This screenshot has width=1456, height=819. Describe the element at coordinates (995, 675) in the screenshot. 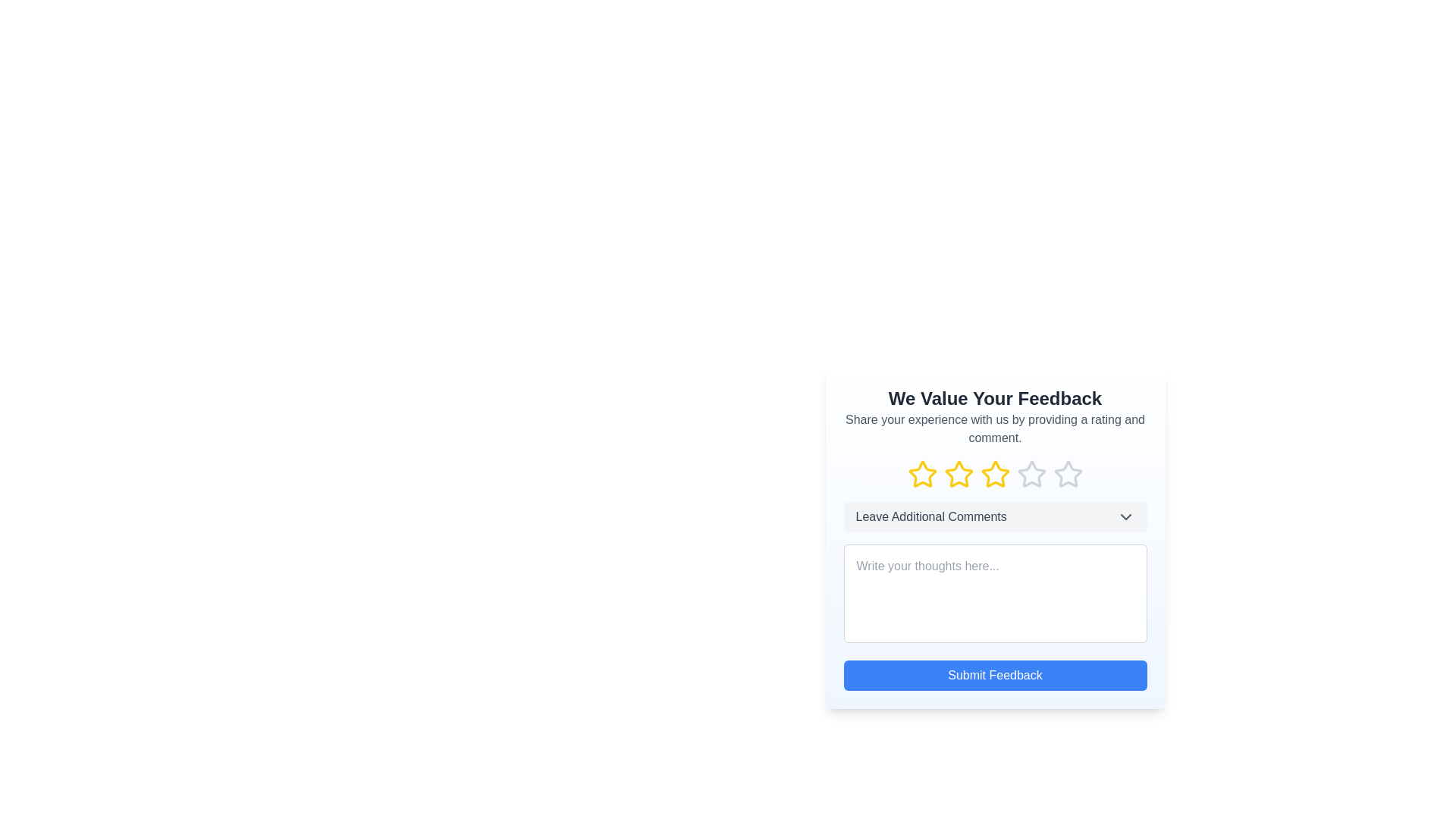

I see `the feedback submission button located at the bottom section of the feedback form` at that location.